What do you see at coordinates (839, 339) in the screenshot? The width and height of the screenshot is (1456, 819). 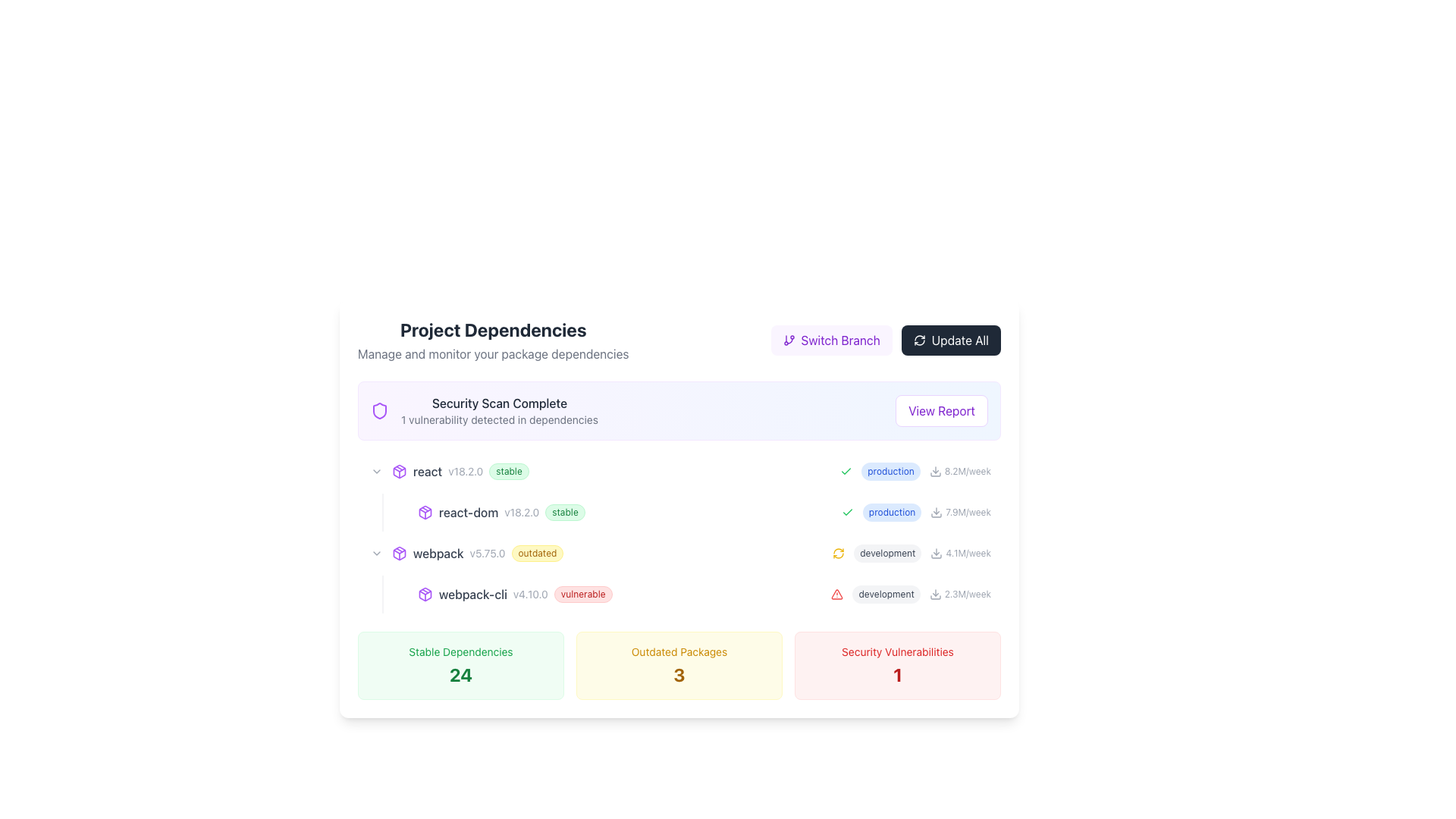 I see `the static text within the interactive button that indicates the option for switching between project or repository branches` at bounding box center [839, 339].